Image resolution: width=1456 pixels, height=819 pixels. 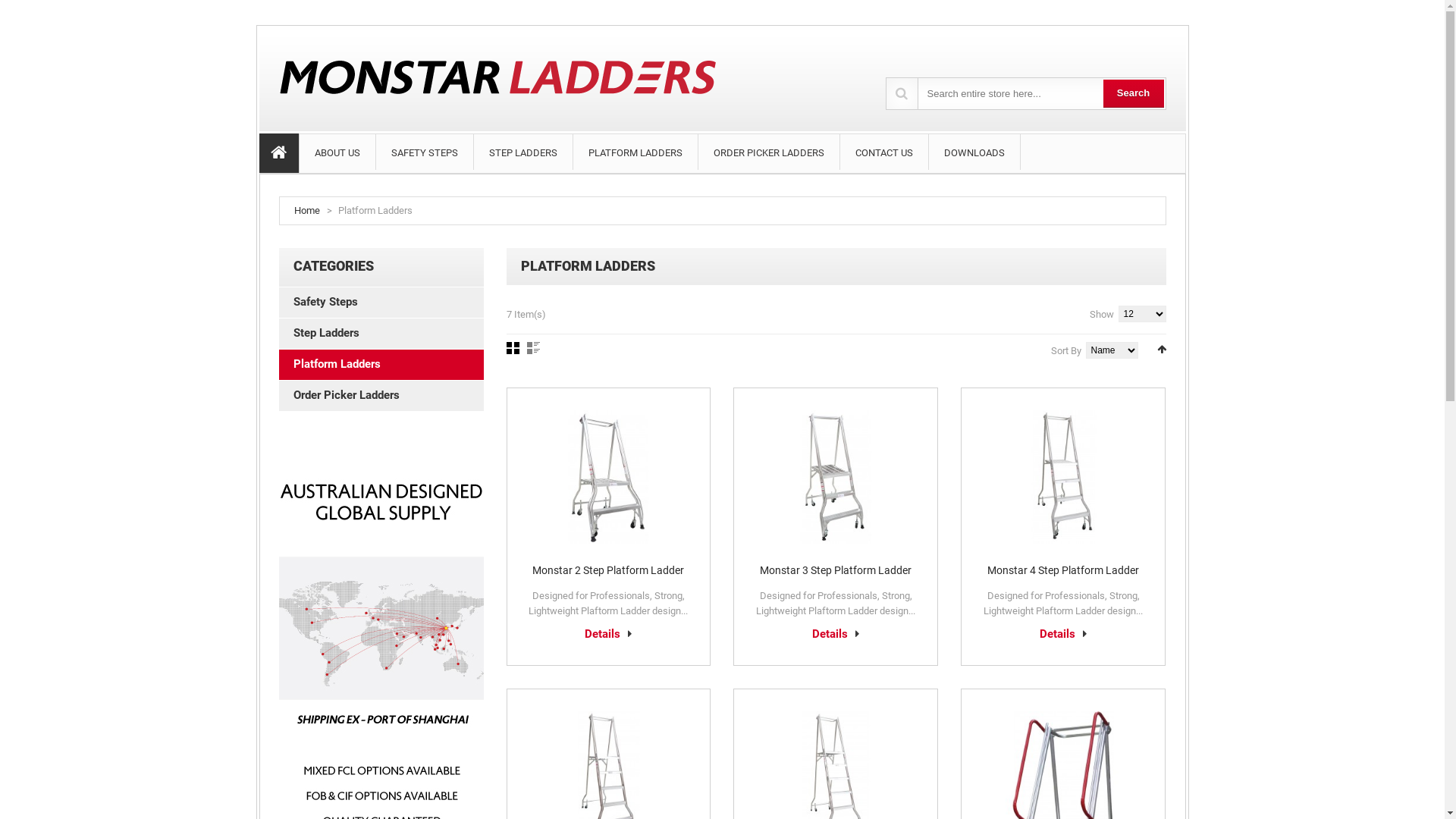 I want to click on 'SAFETY STEPS', so click(x=375, y=152).